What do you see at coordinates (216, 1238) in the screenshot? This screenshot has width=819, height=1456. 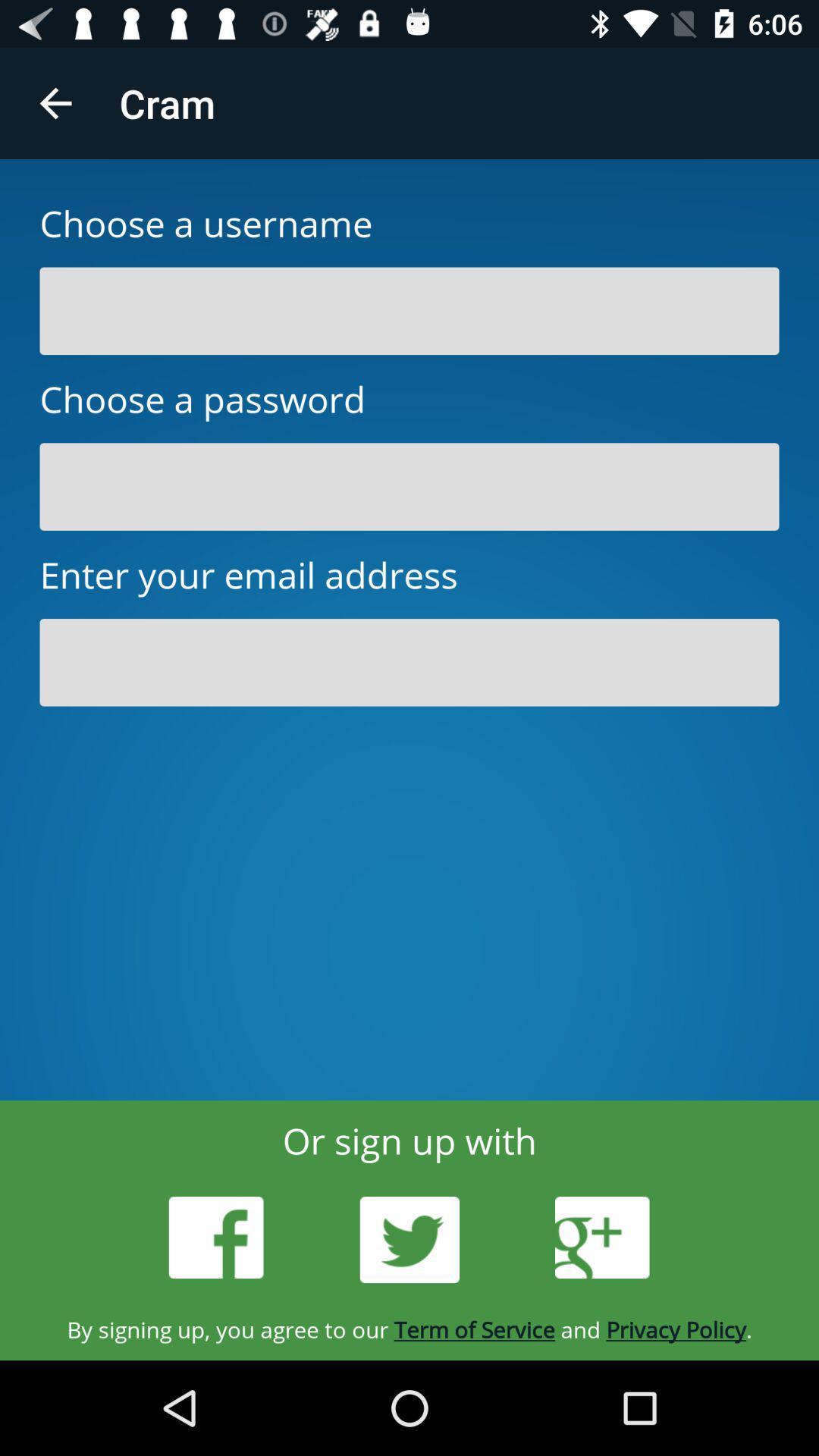 I see `f icon used to connect with facebook directly` at bounding box center [216, 1238].